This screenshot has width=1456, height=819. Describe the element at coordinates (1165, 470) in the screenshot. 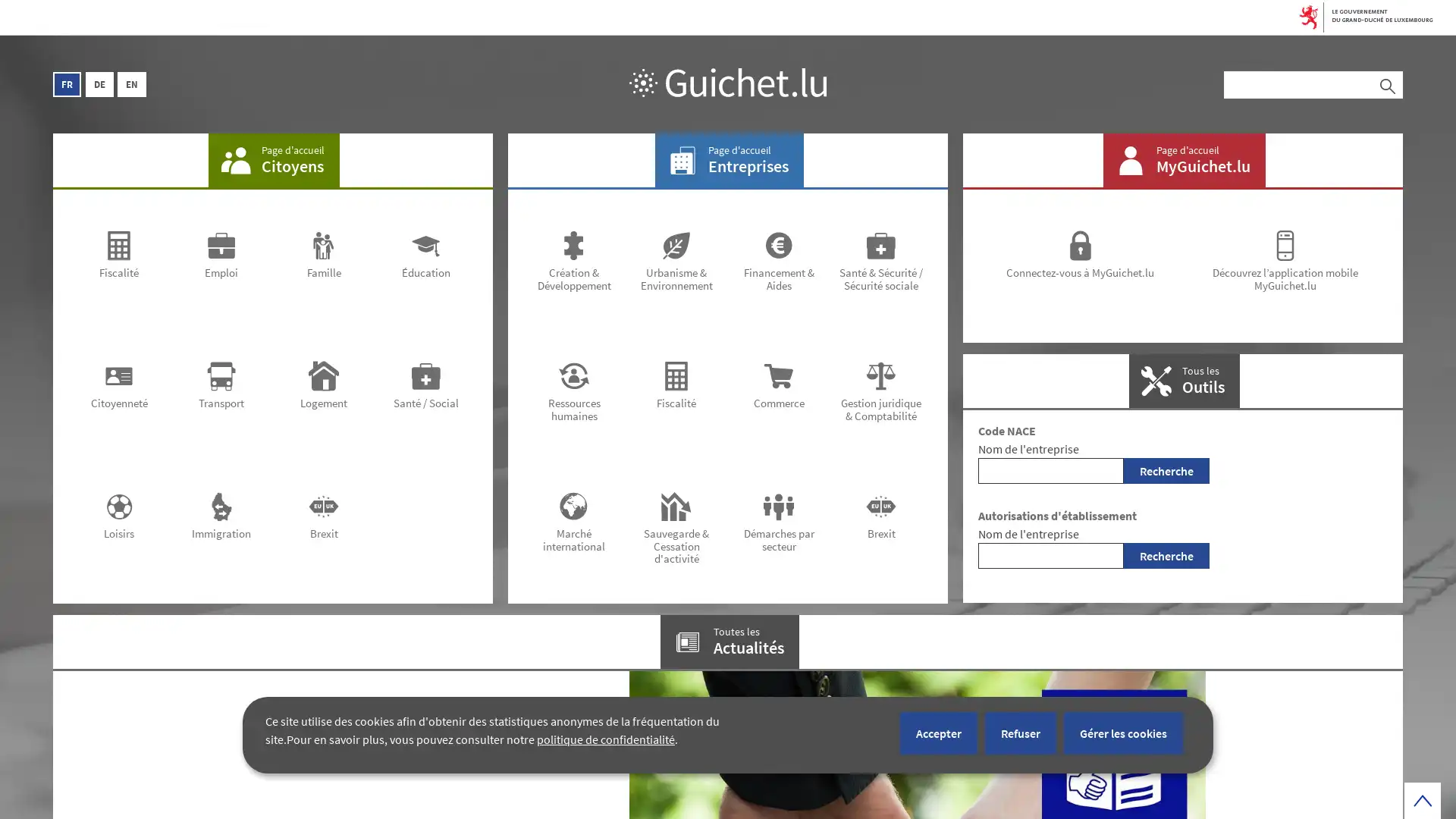

I see `Recherche` at that location.